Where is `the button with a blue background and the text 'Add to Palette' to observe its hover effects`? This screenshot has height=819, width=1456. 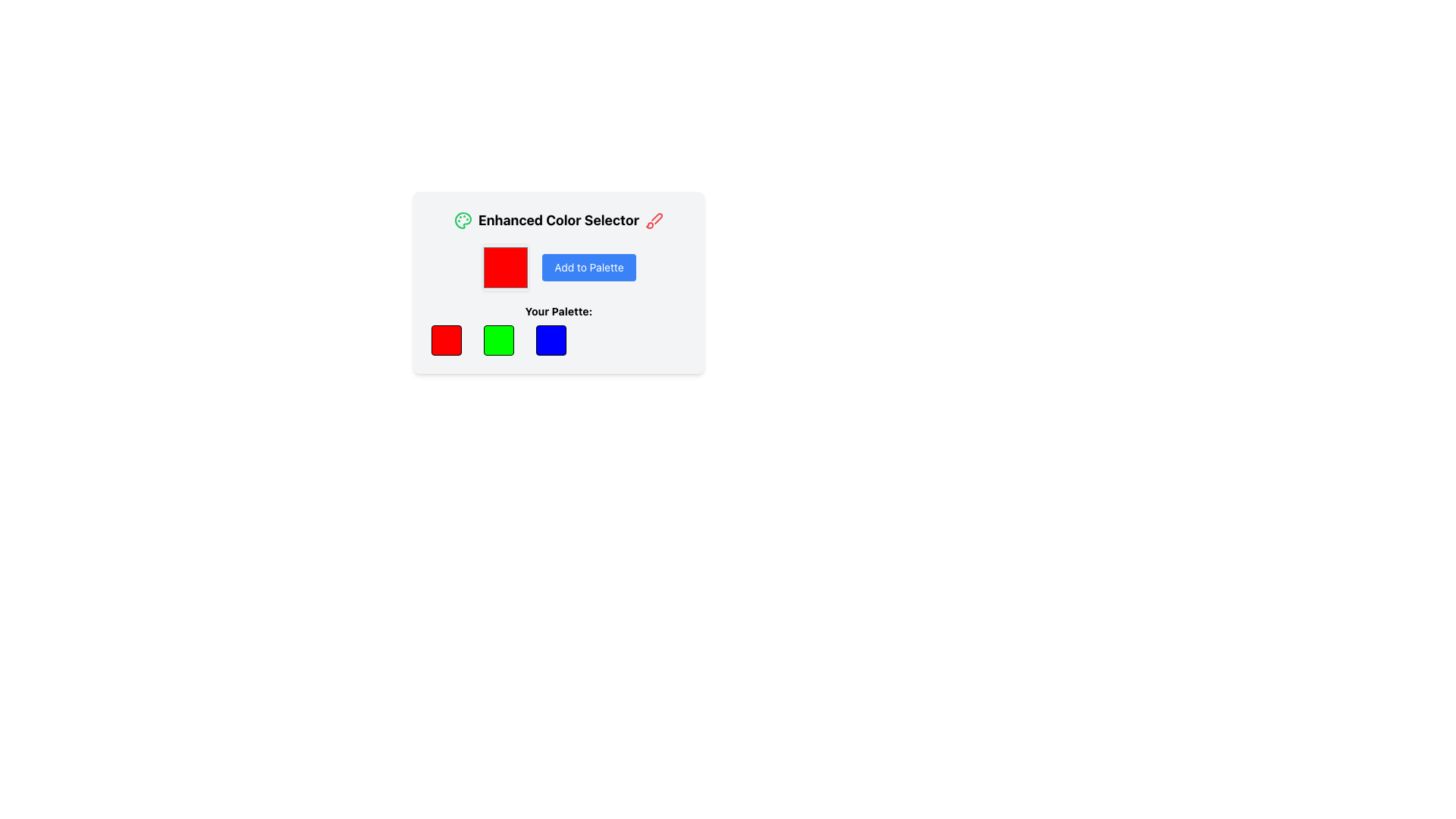 the button with a blue background and the text 'Add to Palette' to observe its hover effects is located at coordinates (557, 267).